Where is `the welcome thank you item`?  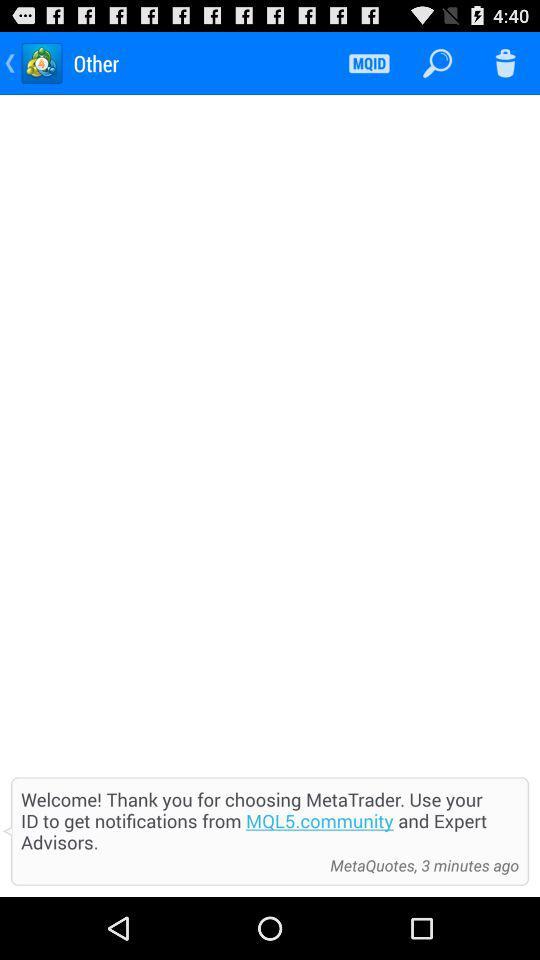 the welcome thank you item is located at coordinates (270, 820).